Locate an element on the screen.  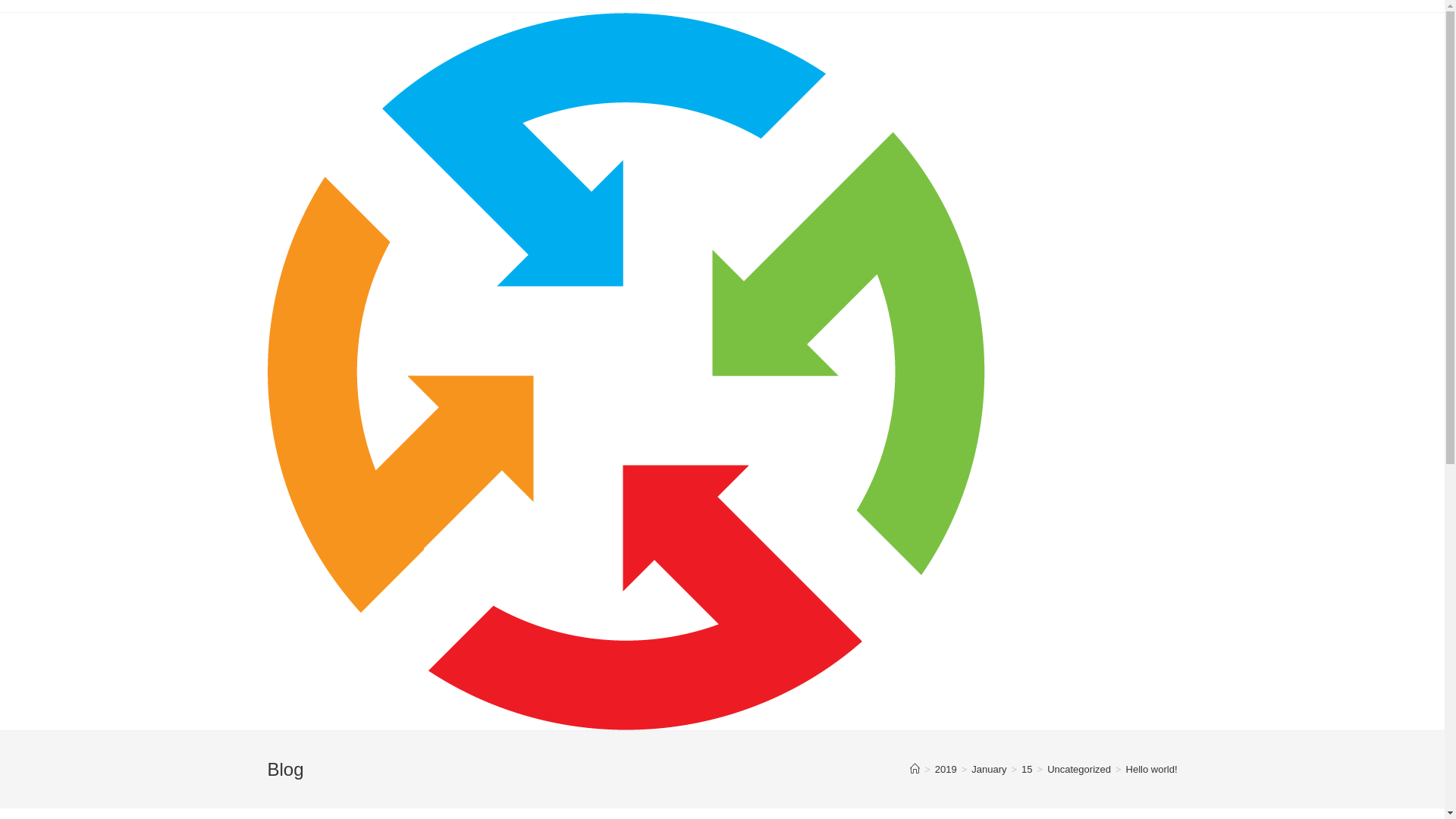
'January' is located at coordinates (989, 769).